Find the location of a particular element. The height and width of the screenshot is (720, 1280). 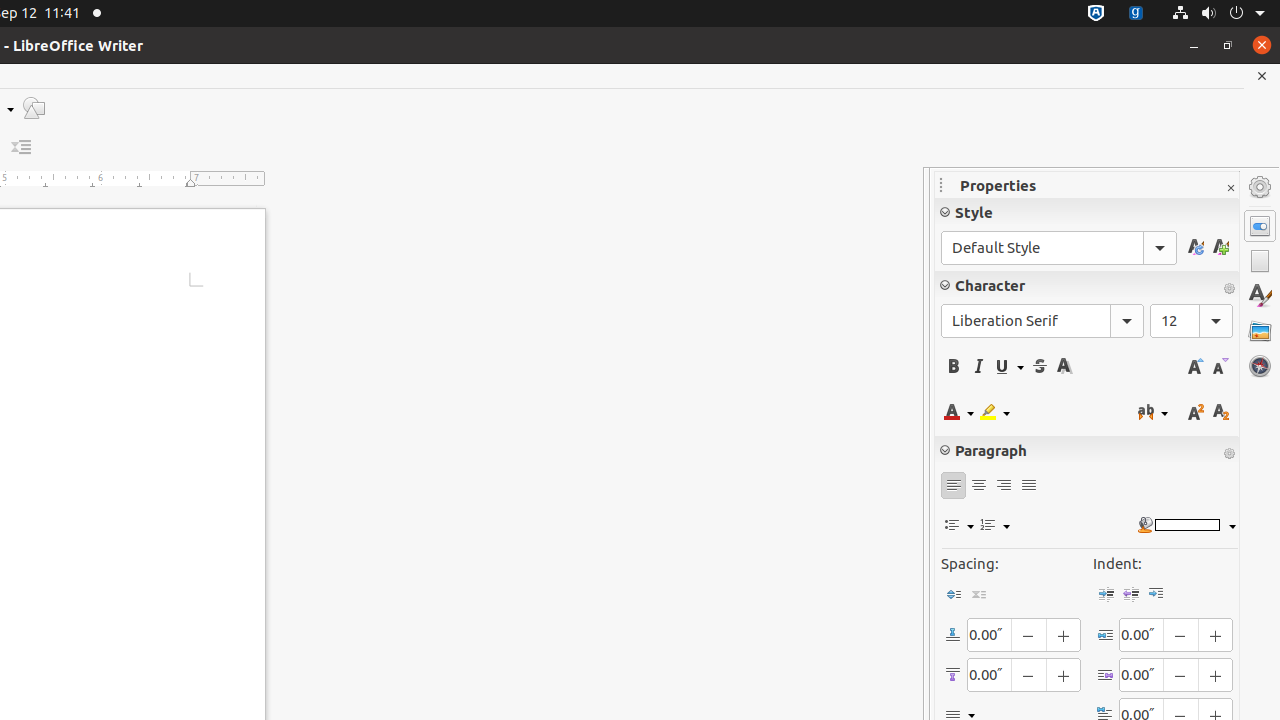

'Close Sidebar Deck' is located at coordinates (1229, 188).